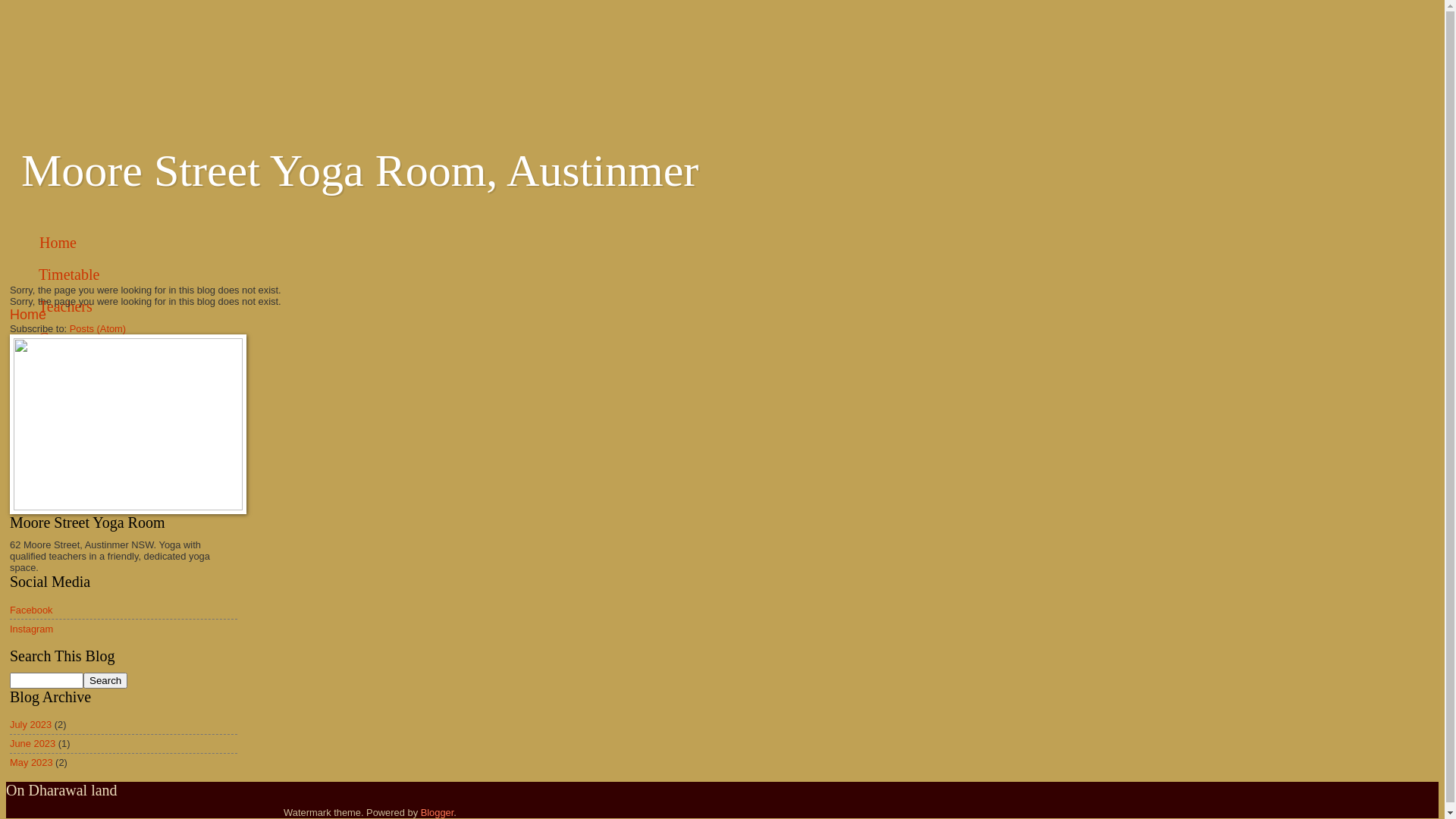 The image size is (1456, 819). I want to click on 'Facebook', so click(31, 609).